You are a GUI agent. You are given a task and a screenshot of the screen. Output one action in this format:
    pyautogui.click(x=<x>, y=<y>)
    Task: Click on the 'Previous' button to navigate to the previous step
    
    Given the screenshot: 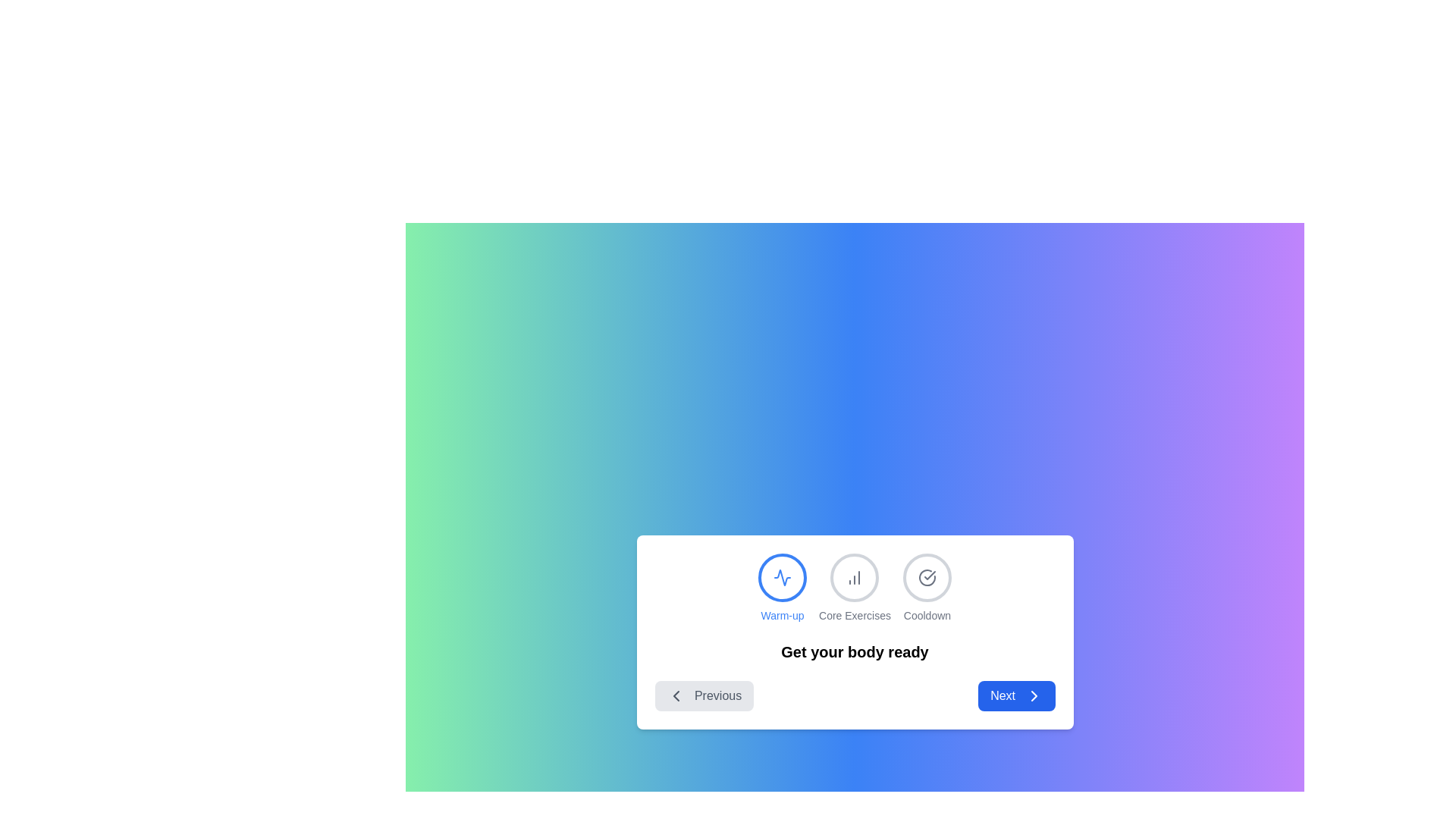 What is the action you would take?
    pyautogui.click(x=703, y=696)
    